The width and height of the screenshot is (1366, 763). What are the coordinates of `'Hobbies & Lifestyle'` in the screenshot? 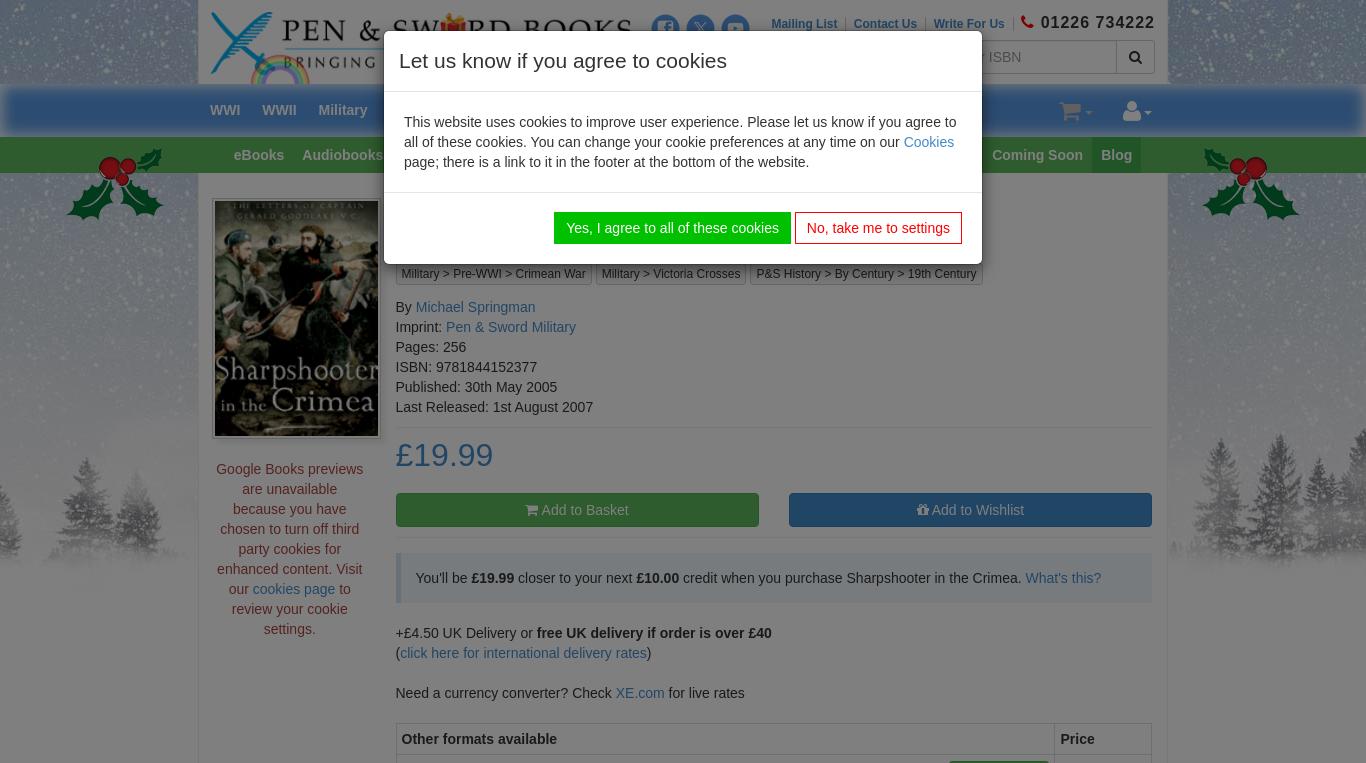 It's located at (545, 152).